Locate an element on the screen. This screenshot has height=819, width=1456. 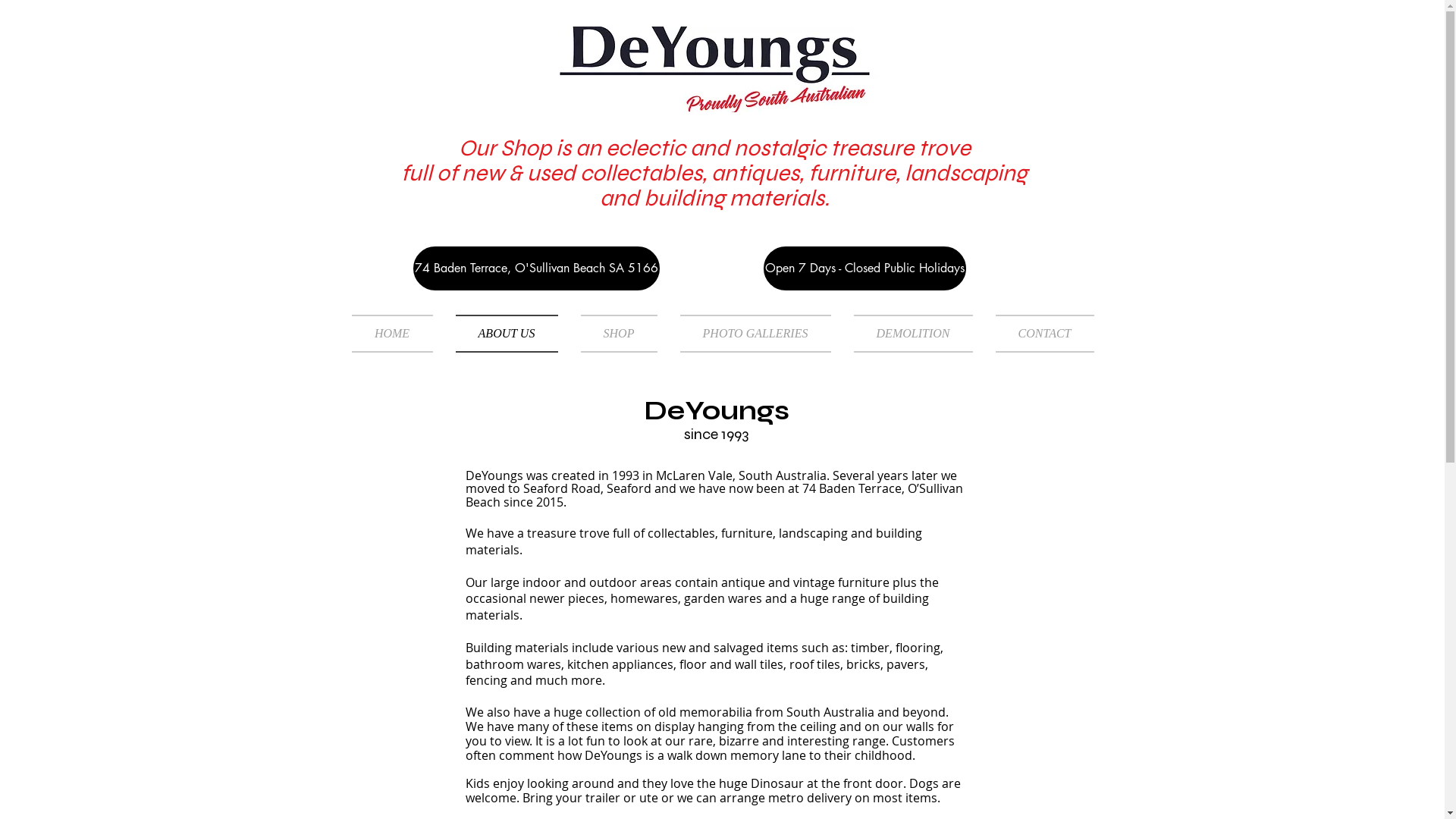
'CONTACT' is located at coordinates (1038, 332).